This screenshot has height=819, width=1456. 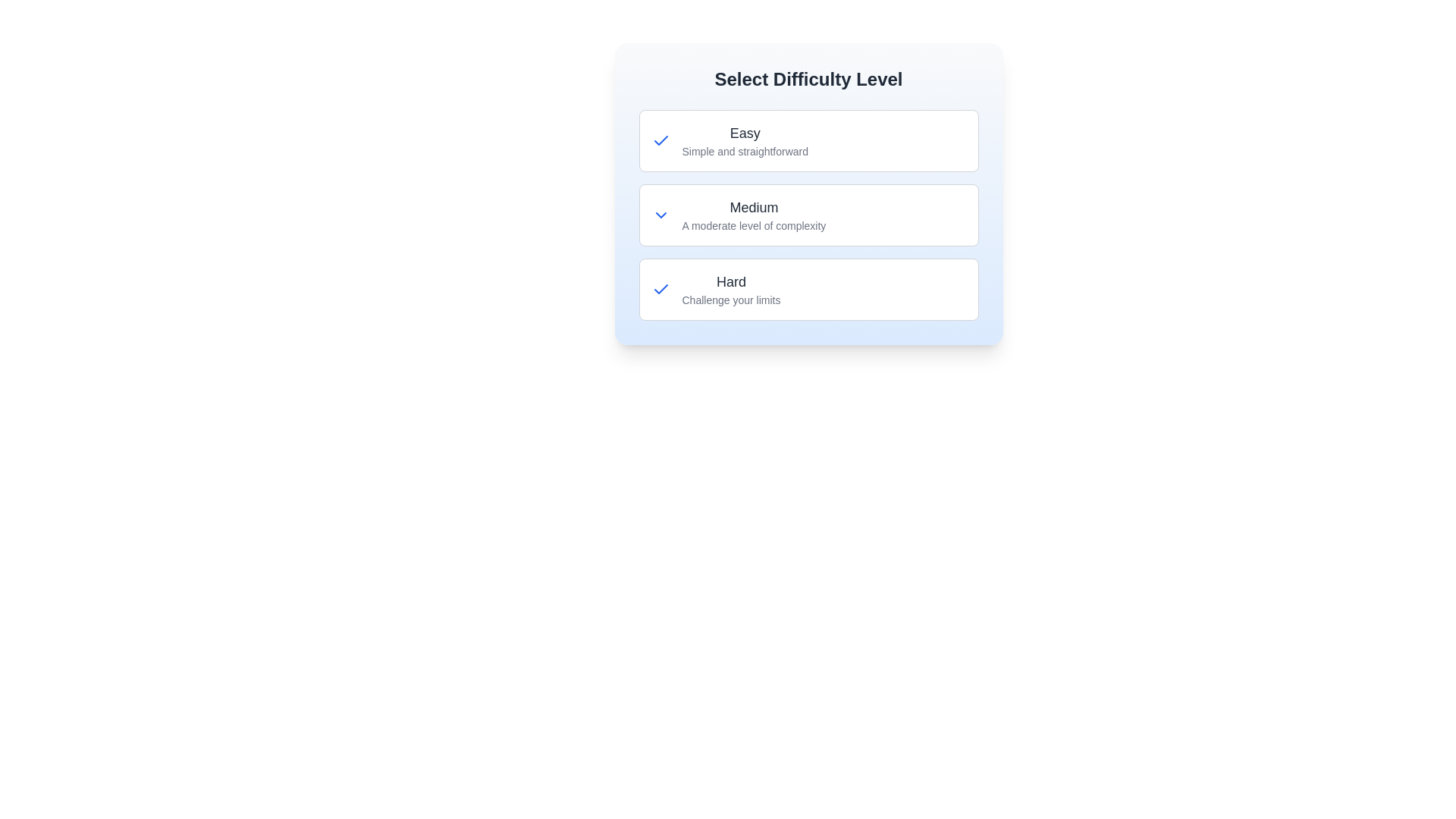 I want to click on the text label displaying 'A moderate level of complexity', which is positioned below the 'Medium' title in the selection list, so click(x=754, y=225).